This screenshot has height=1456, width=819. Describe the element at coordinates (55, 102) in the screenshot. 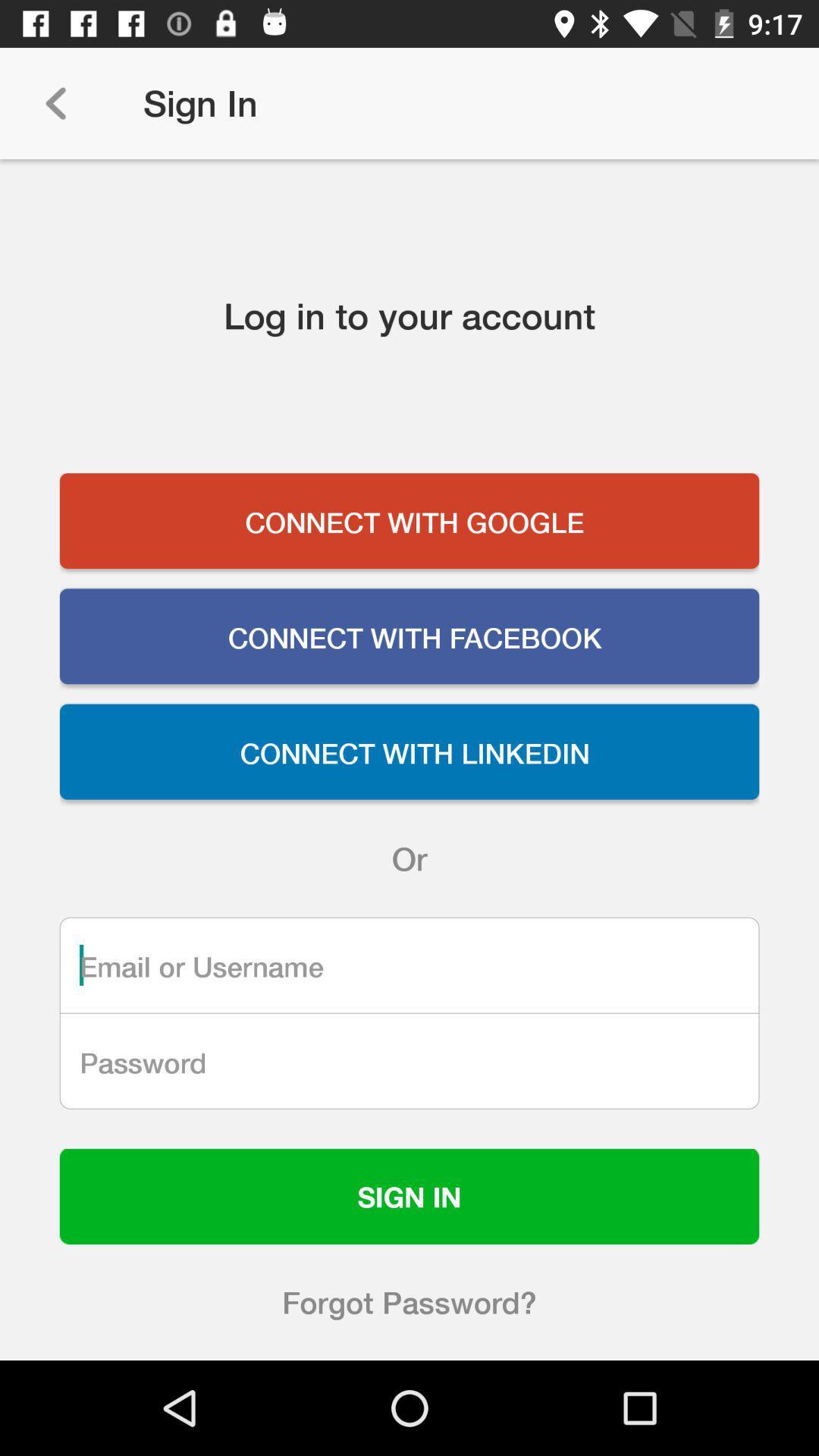

I see `icon above the log in to` at that location.